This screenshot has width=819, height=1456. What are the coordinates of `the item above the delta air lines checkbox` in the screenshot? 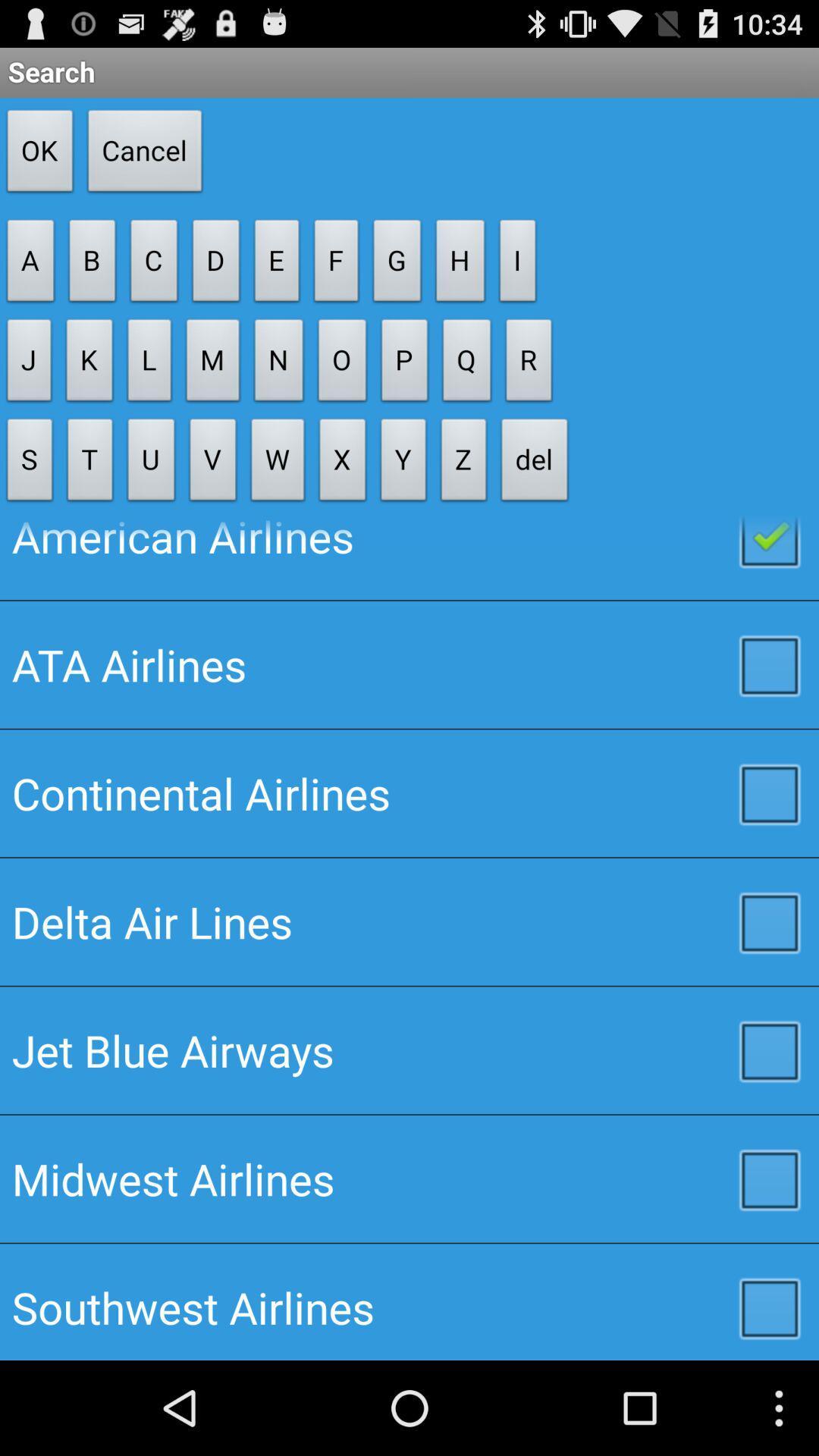 It's located at (409, 792).